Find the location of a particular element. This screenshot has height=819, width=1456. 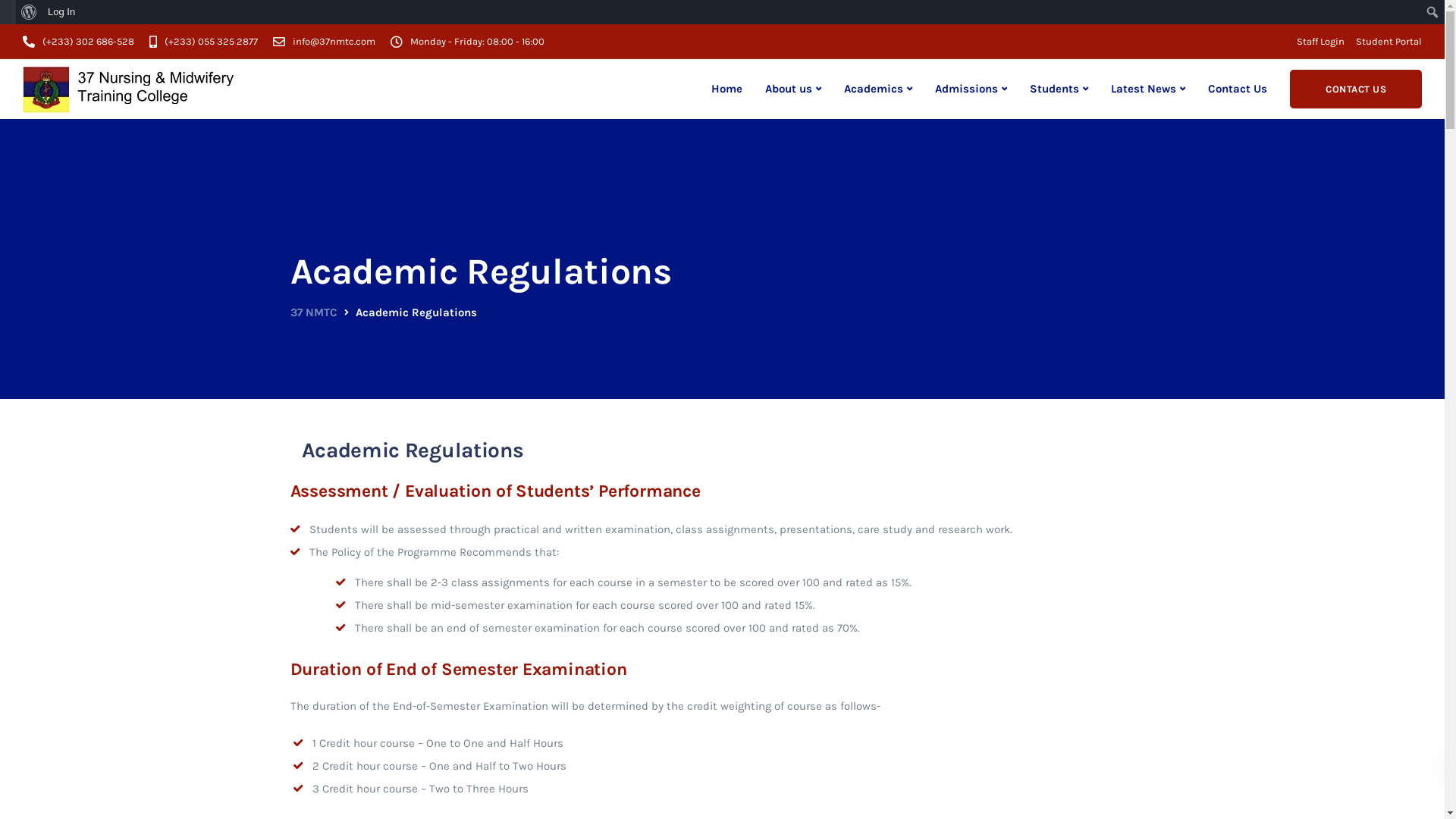

'Log In' is located at coordinates (61, 11).